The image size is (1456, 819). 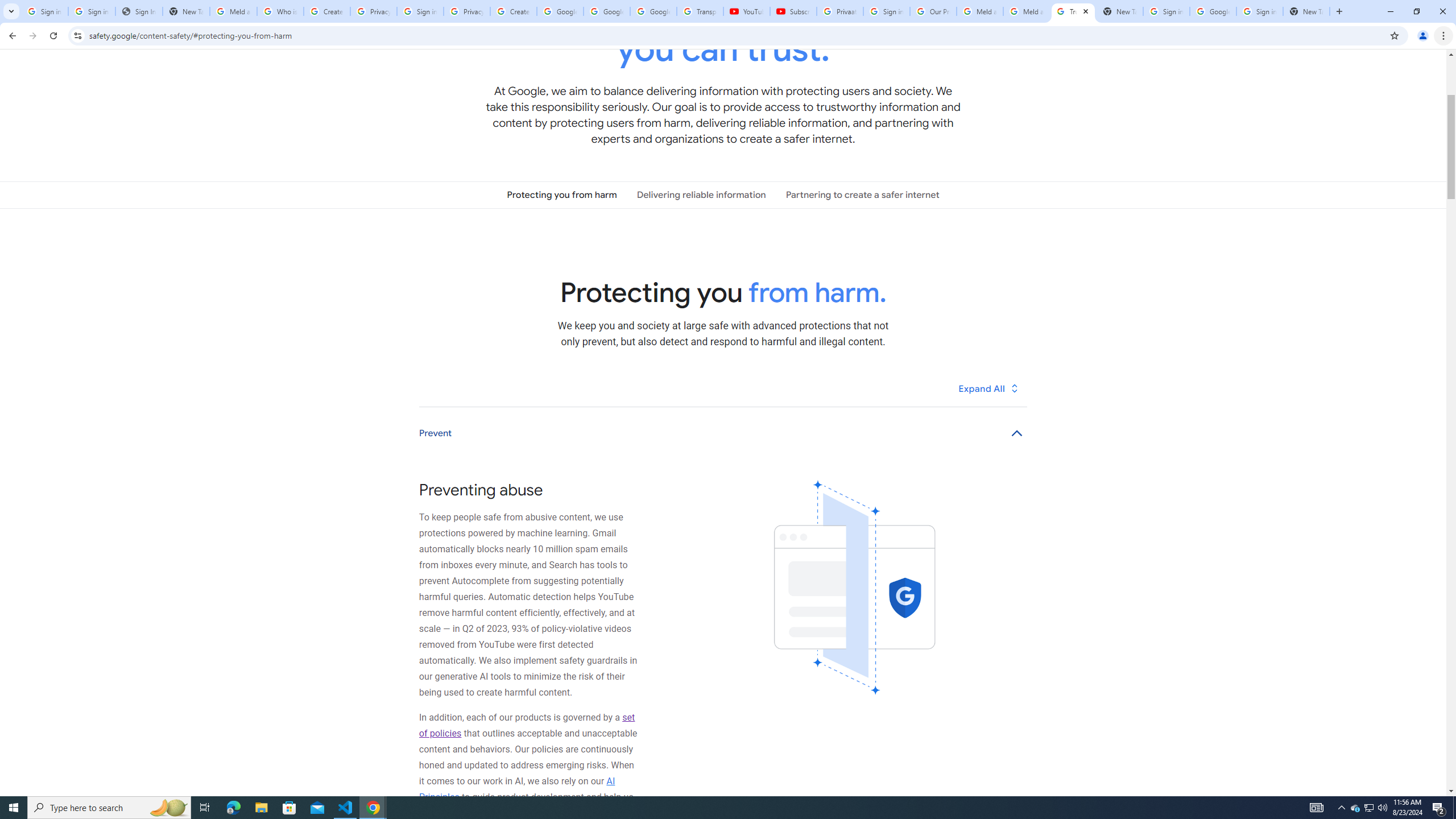 I want to click on 'Sign In - USA TODAY', so click(x=139, y=11).